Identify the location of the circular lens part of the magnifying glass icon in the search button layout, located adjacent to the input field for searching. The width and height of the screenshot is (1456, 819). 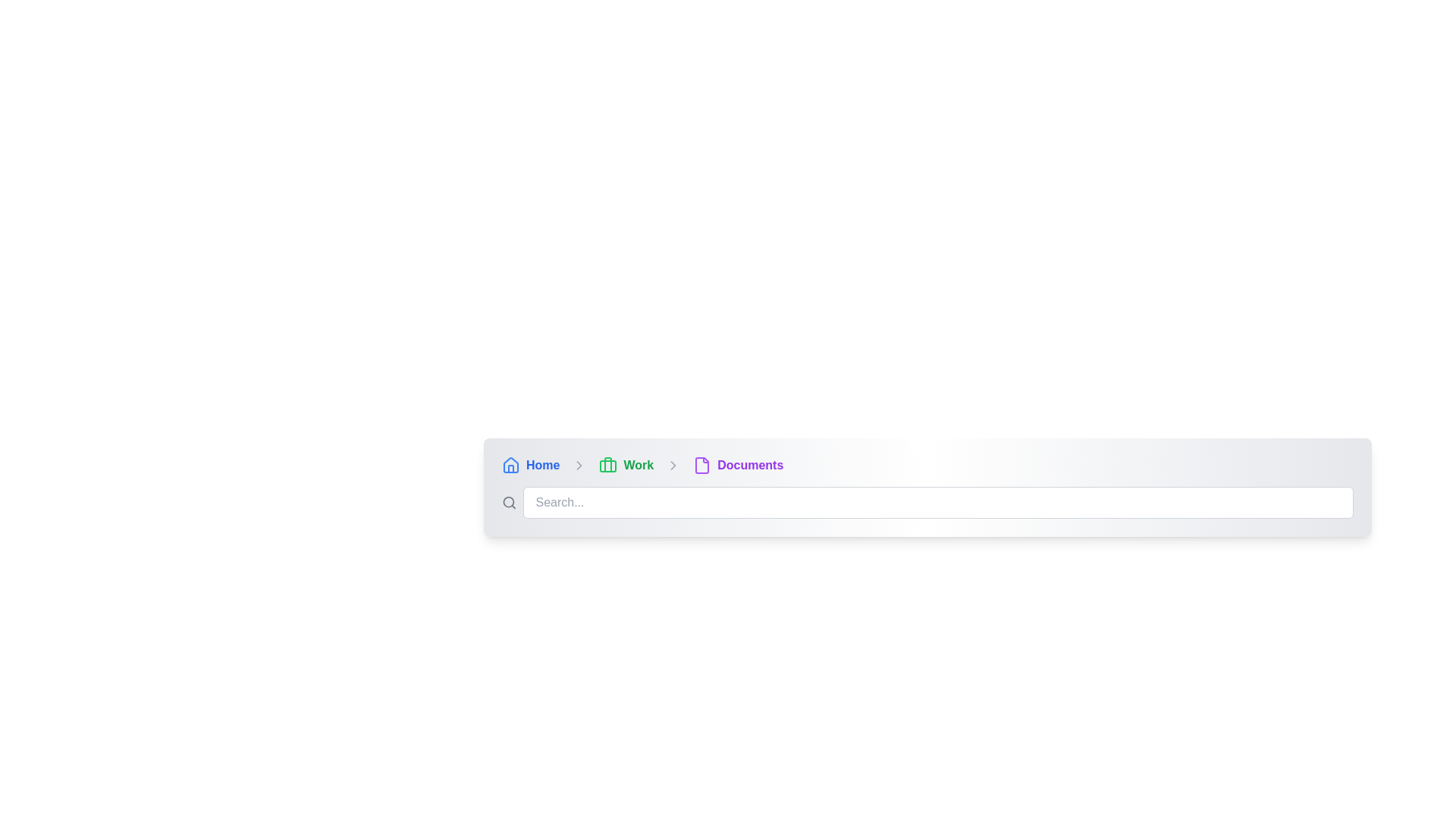
(508, 502).